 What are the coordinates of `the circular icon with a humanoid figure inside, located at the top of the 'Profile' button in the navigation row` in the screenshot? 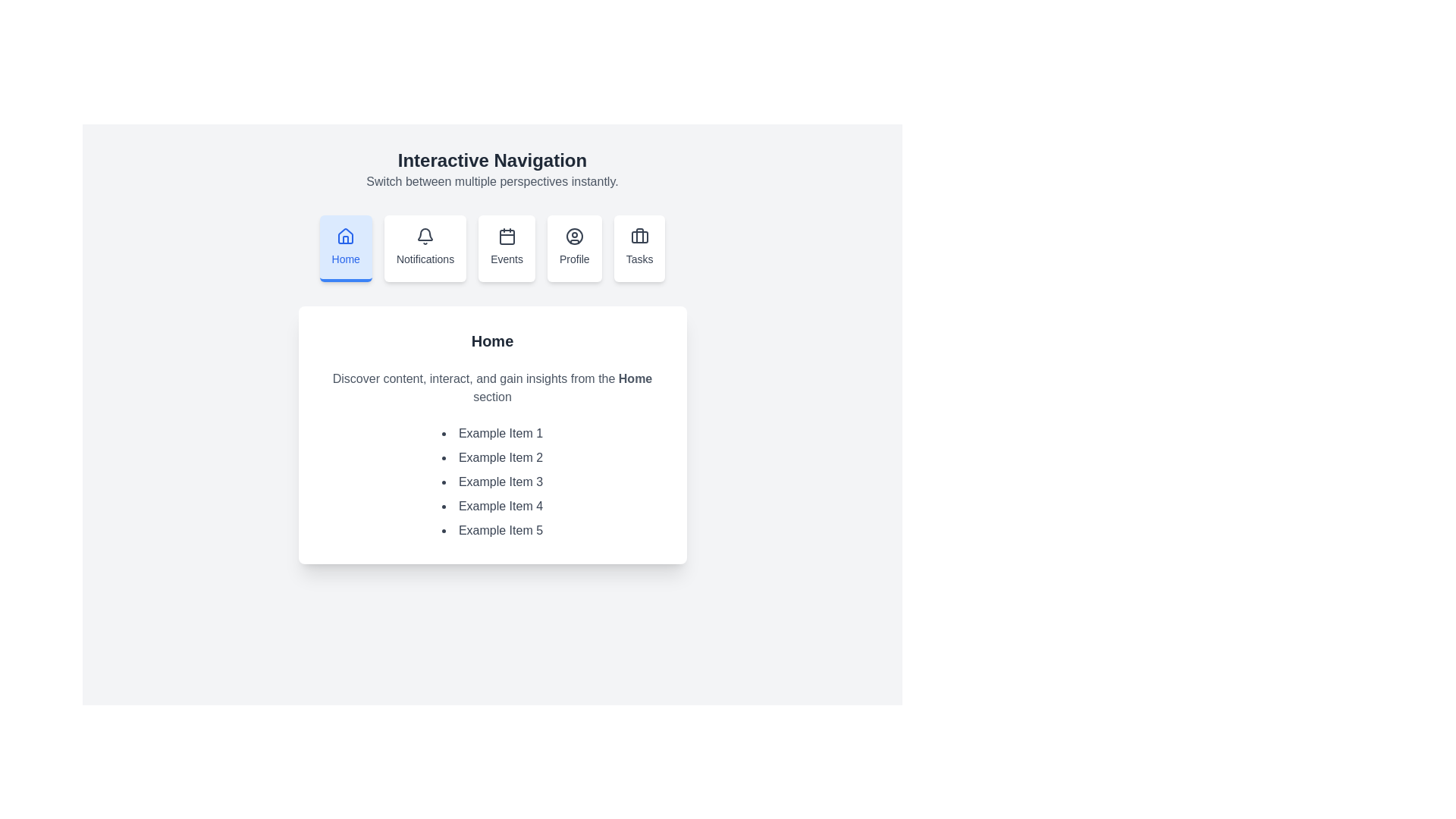 It's located at (573, 237).